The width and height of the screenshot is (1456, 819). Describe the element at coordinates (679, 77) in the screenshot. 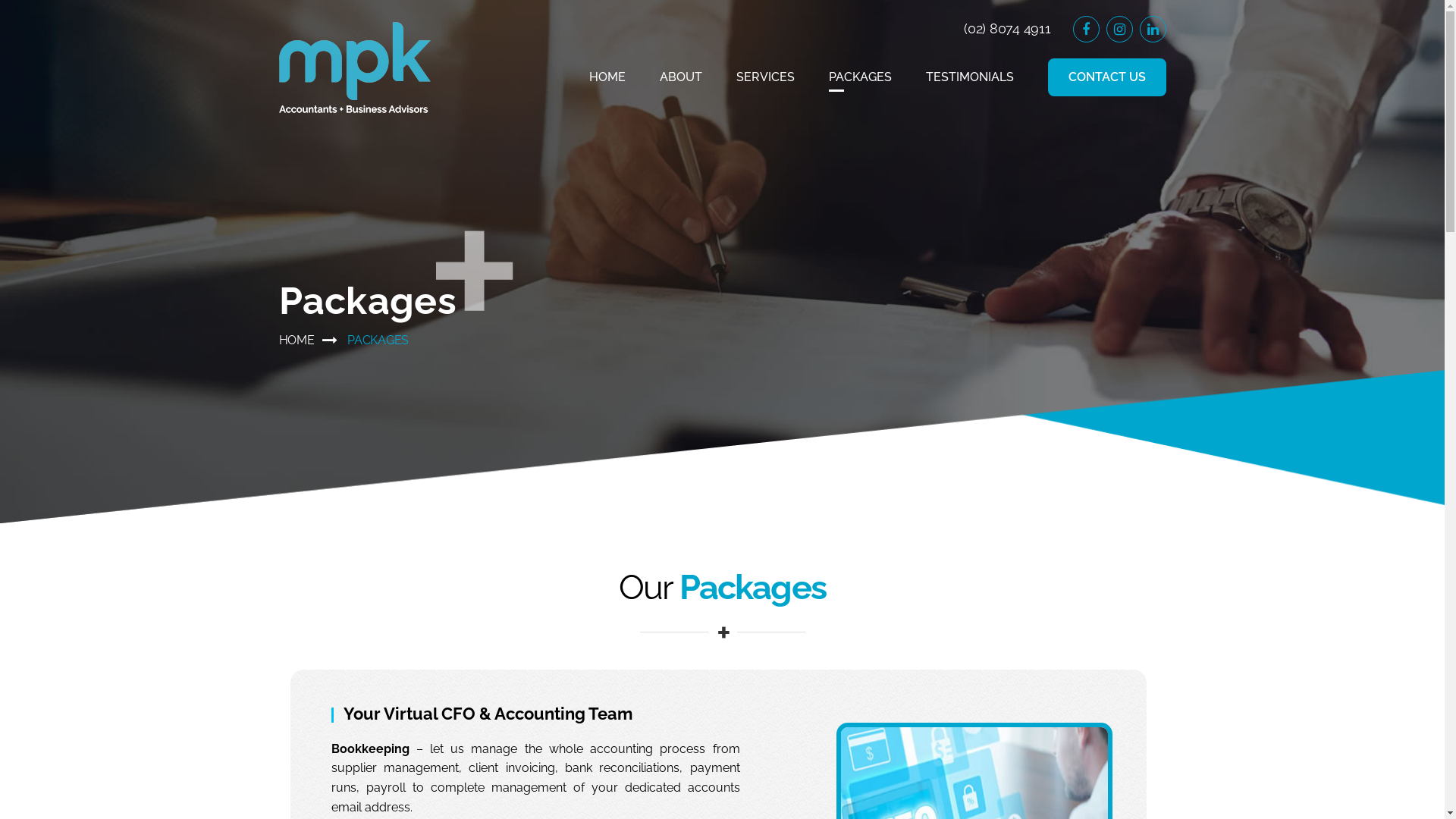

I see `'ABOUT'` at that location.